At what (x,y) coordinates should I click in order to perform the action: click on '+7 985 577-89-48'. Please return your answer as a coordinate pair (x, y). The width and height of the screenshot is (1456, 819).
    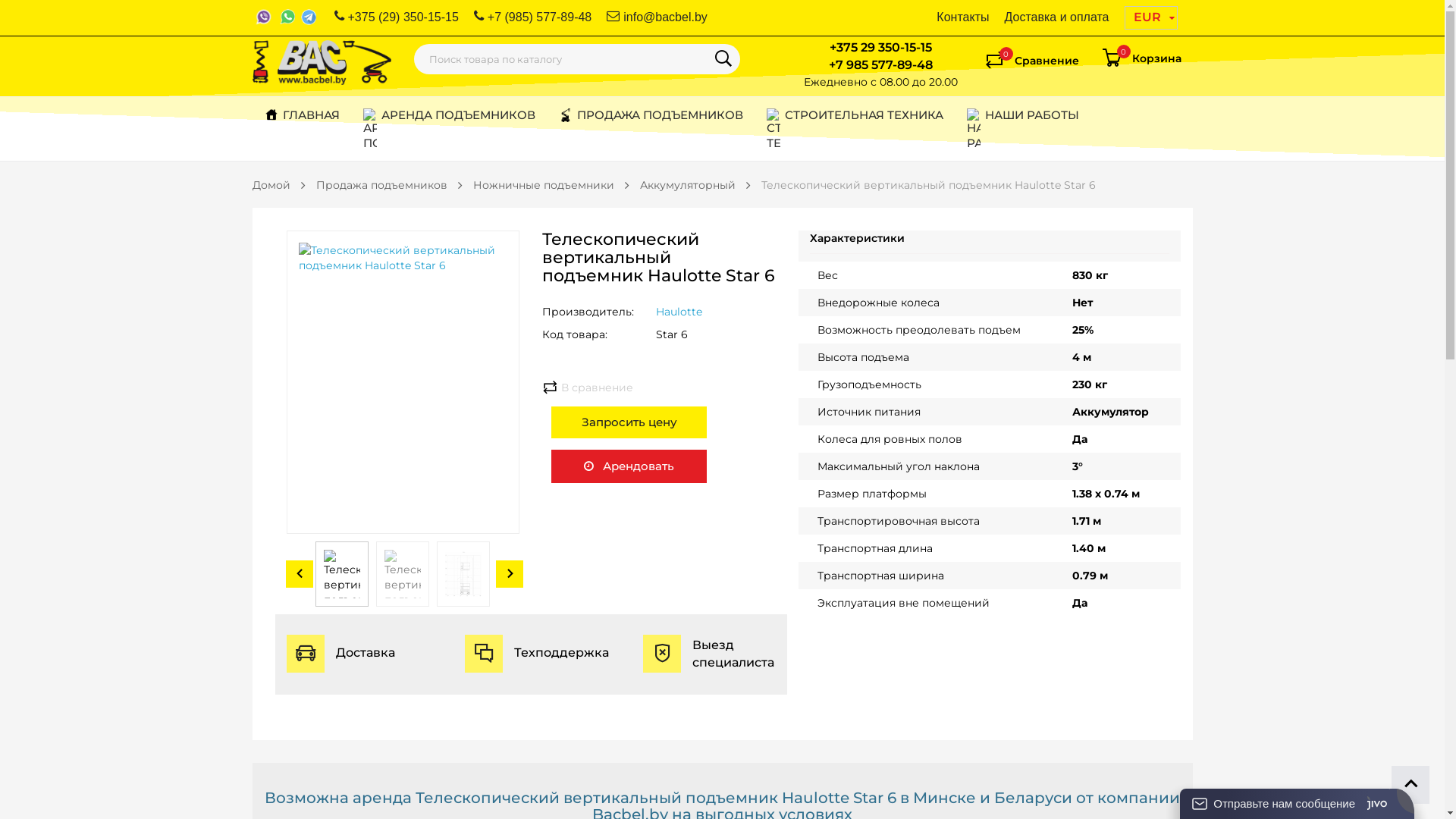
    Looking at the image, I should click on (827, 64).